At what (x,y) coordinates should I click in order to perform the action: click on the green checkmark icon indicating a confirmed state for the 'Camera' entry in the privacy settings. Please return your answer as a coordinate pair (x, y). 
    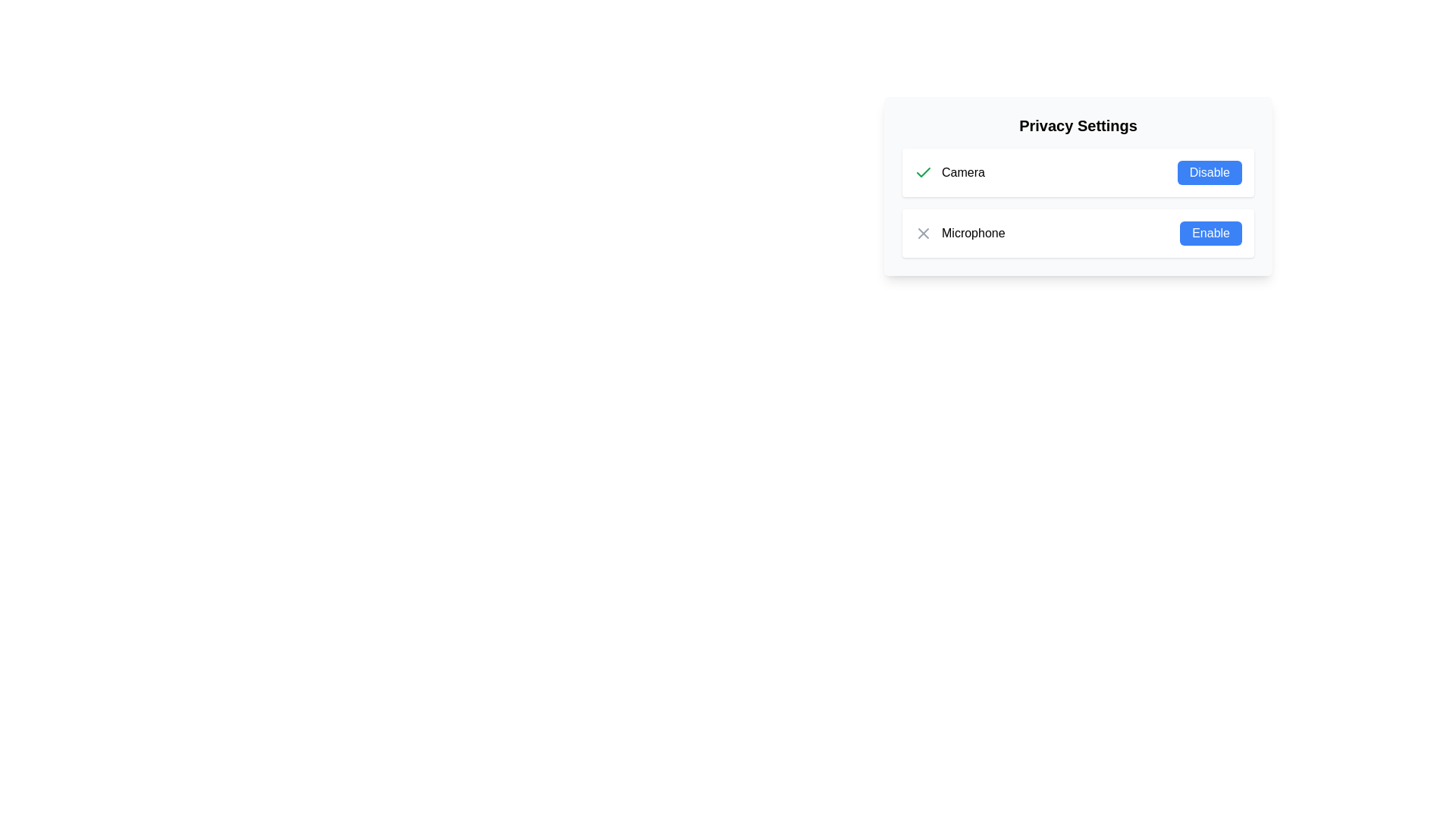
    Looking at the image, I should click on (923, 171).